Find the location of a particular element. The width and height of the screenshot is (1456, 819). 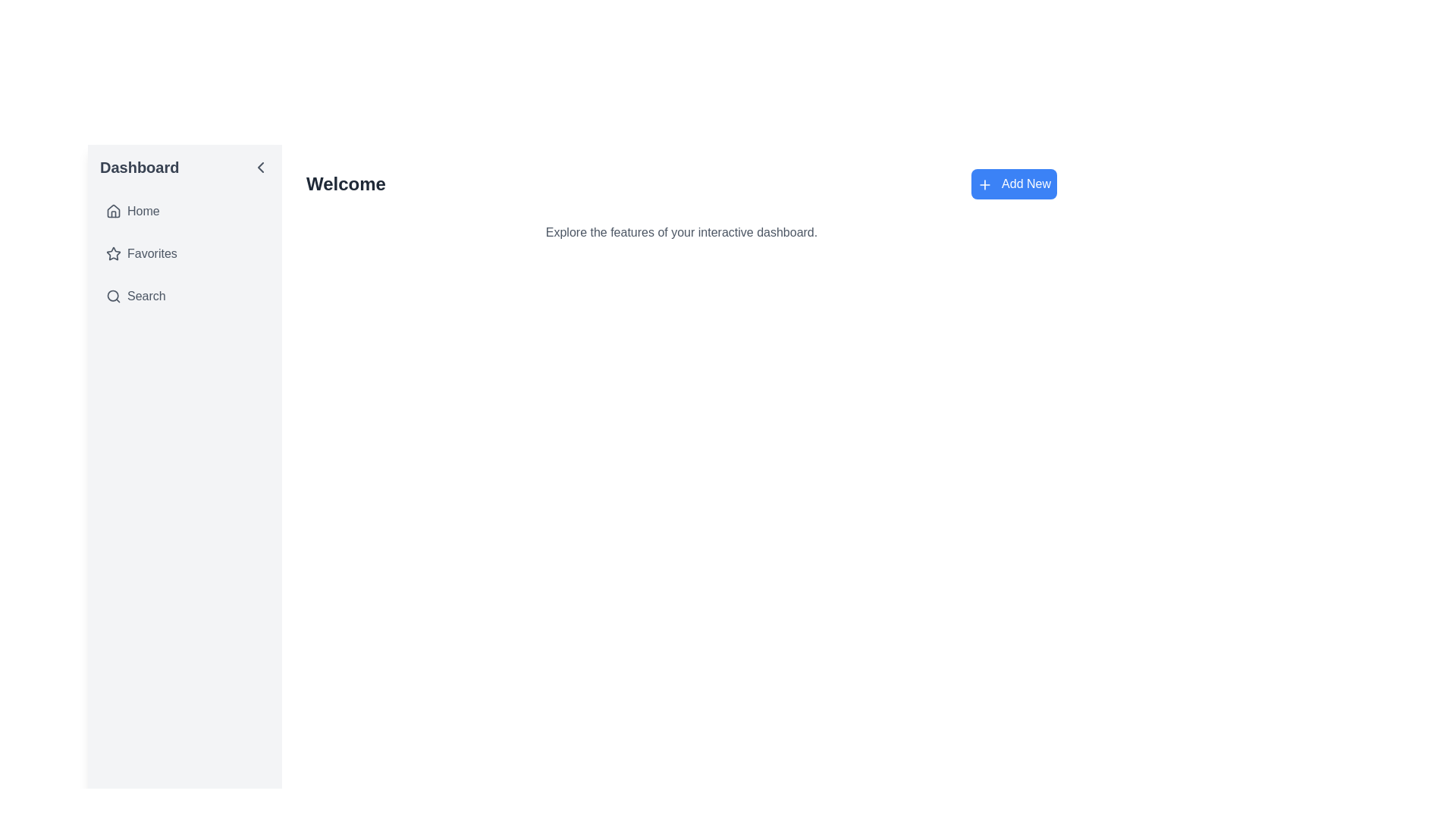

the star icon in the navigation menu under the 'Favorites' section, which serves as a visual marker for favorites is located at coordinates (112, 253).